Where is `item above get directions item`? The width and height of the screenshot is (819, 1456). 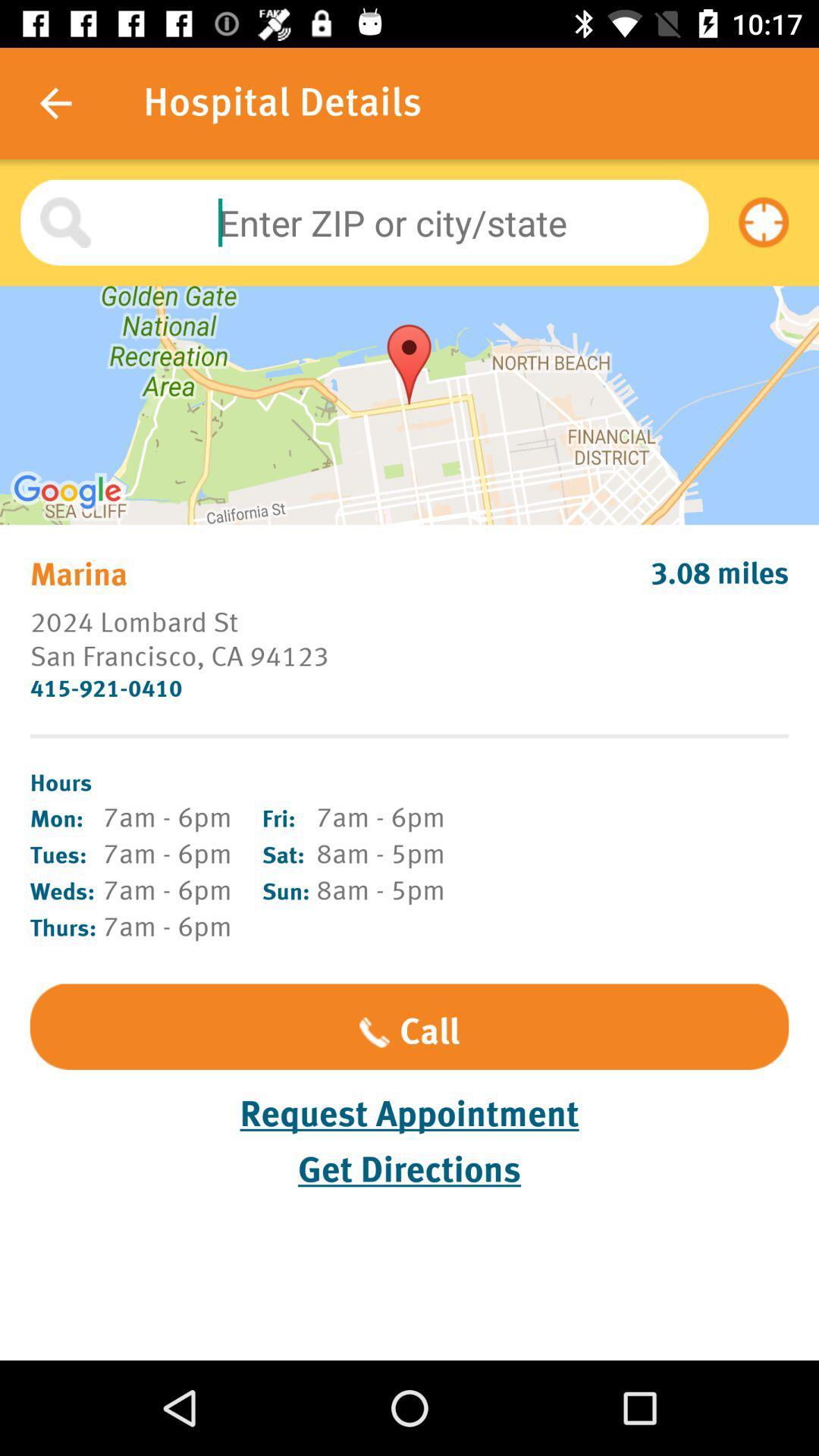
item above get directions item is located at coordinates (409, 1114).